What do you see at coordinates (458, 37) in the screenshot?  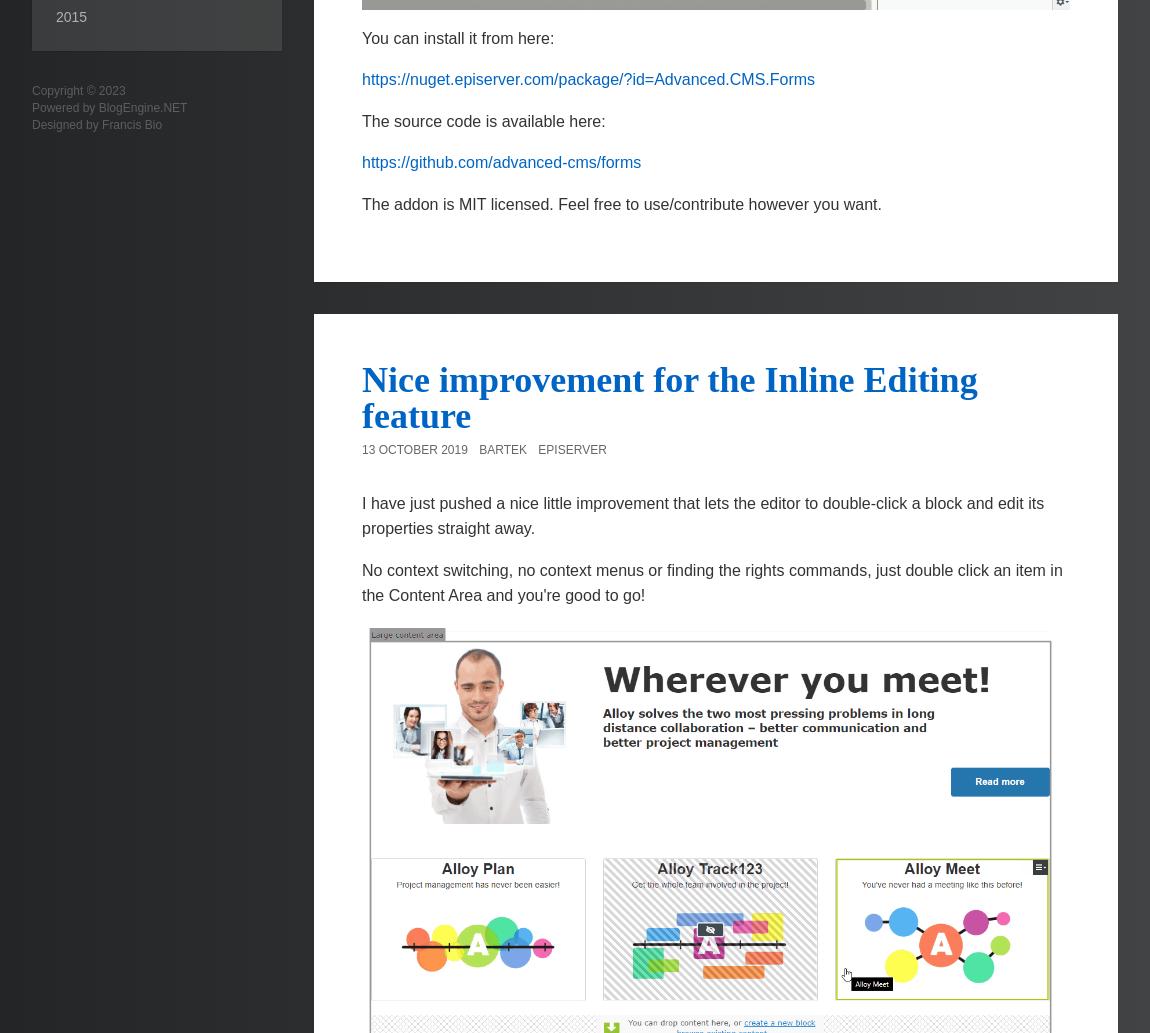 I see `'You can install it from here:'` at bounding box center [458, 37].